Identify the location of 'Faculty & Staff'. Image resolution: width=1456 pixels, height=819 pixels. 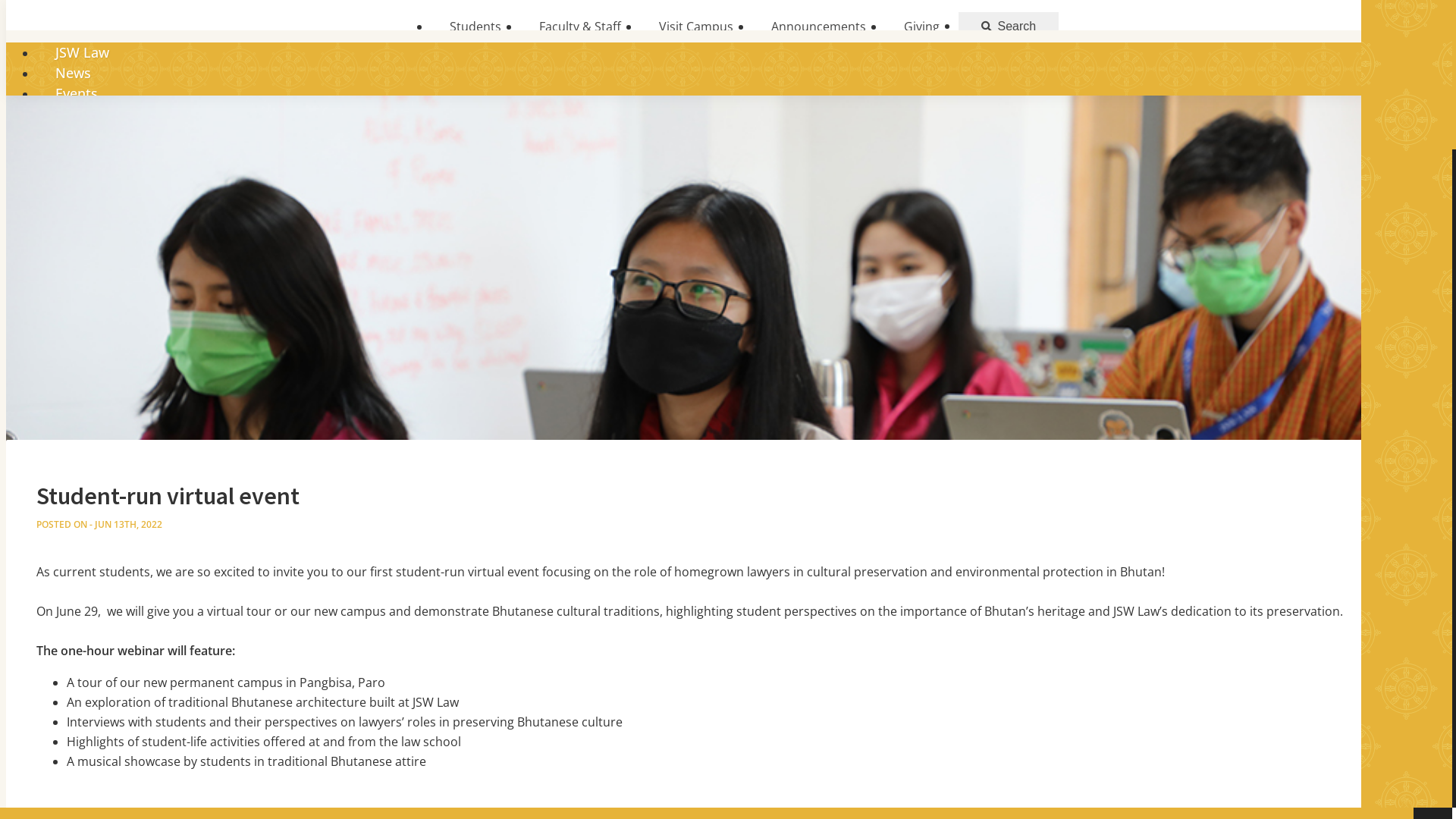
(579, 26).